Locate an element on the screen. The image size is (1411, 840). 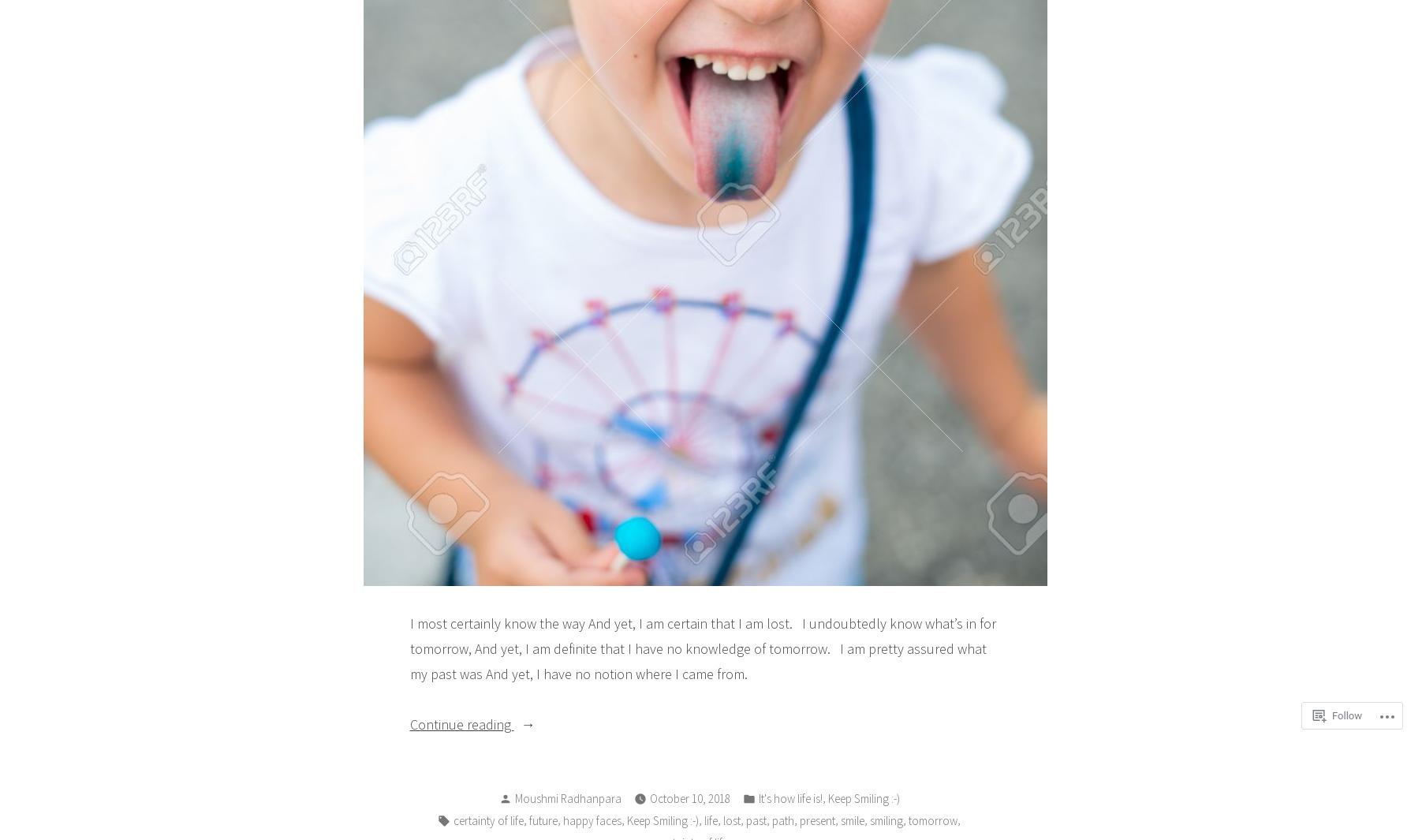
'Follow' is located at coordinates (1346, 715).